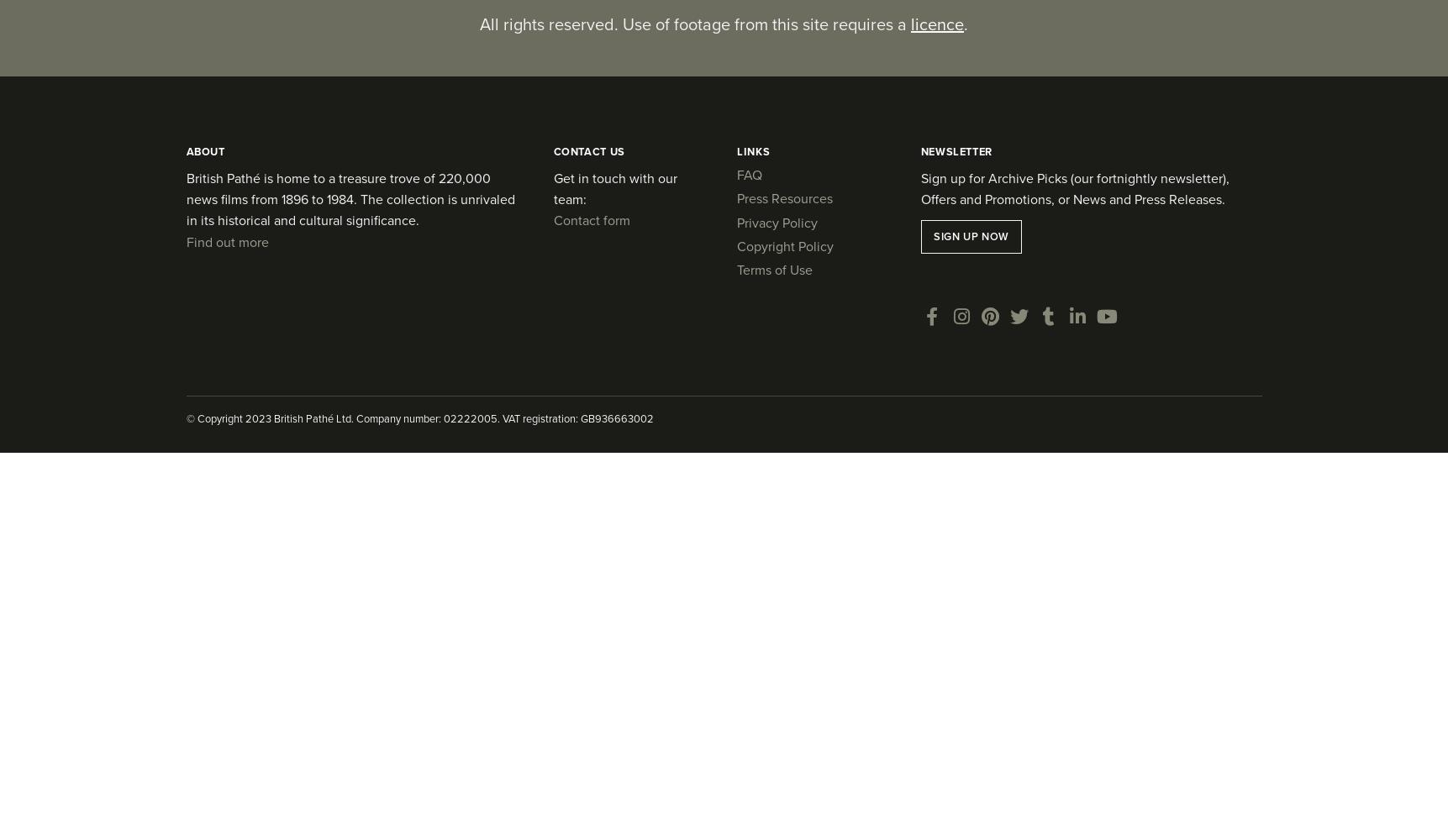 Image resolution: width=1448 pixels, height=840 pixels. What do you see at coordinates (965, 24) in the screenshot?
I see `'.'` at bounding box center [965, 24].